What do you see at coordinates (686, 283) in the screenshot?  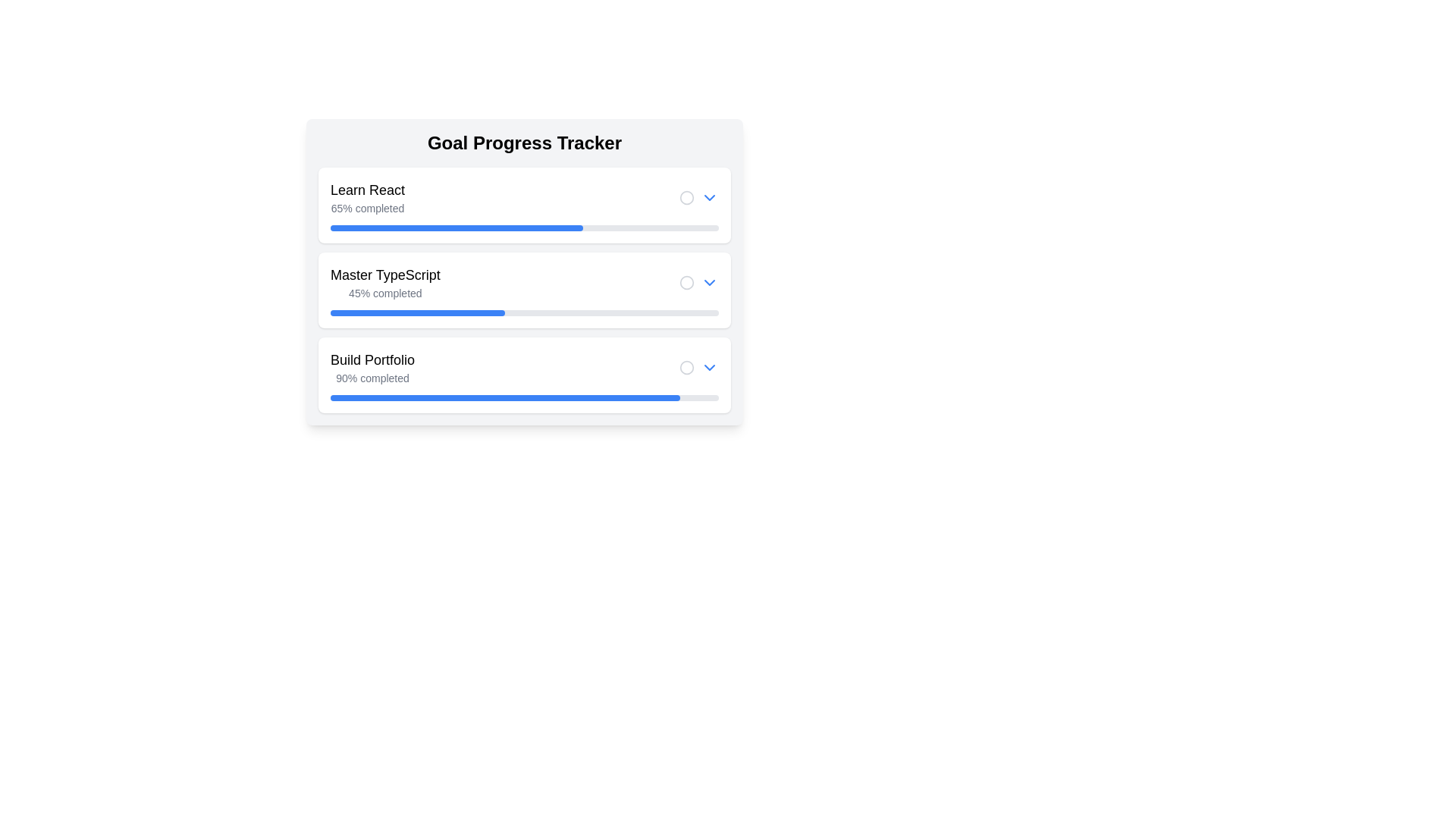 I see `the Circle icon in the 'Goal Progress Tracker' section, which serves as an inactive status indicator for the corresponding list item` at bounding box center [686, 283].